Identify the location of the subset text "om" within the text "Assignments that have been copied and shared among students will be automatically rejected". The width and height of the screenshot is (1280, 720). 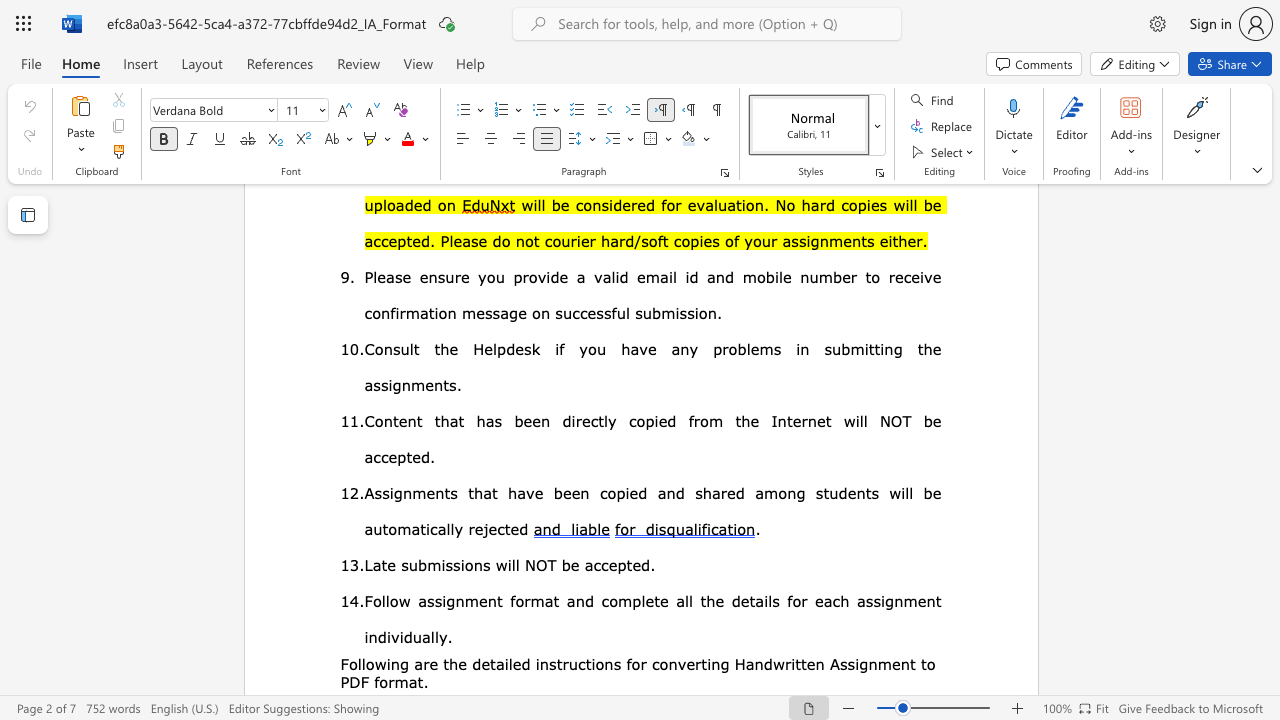
(388, 527).